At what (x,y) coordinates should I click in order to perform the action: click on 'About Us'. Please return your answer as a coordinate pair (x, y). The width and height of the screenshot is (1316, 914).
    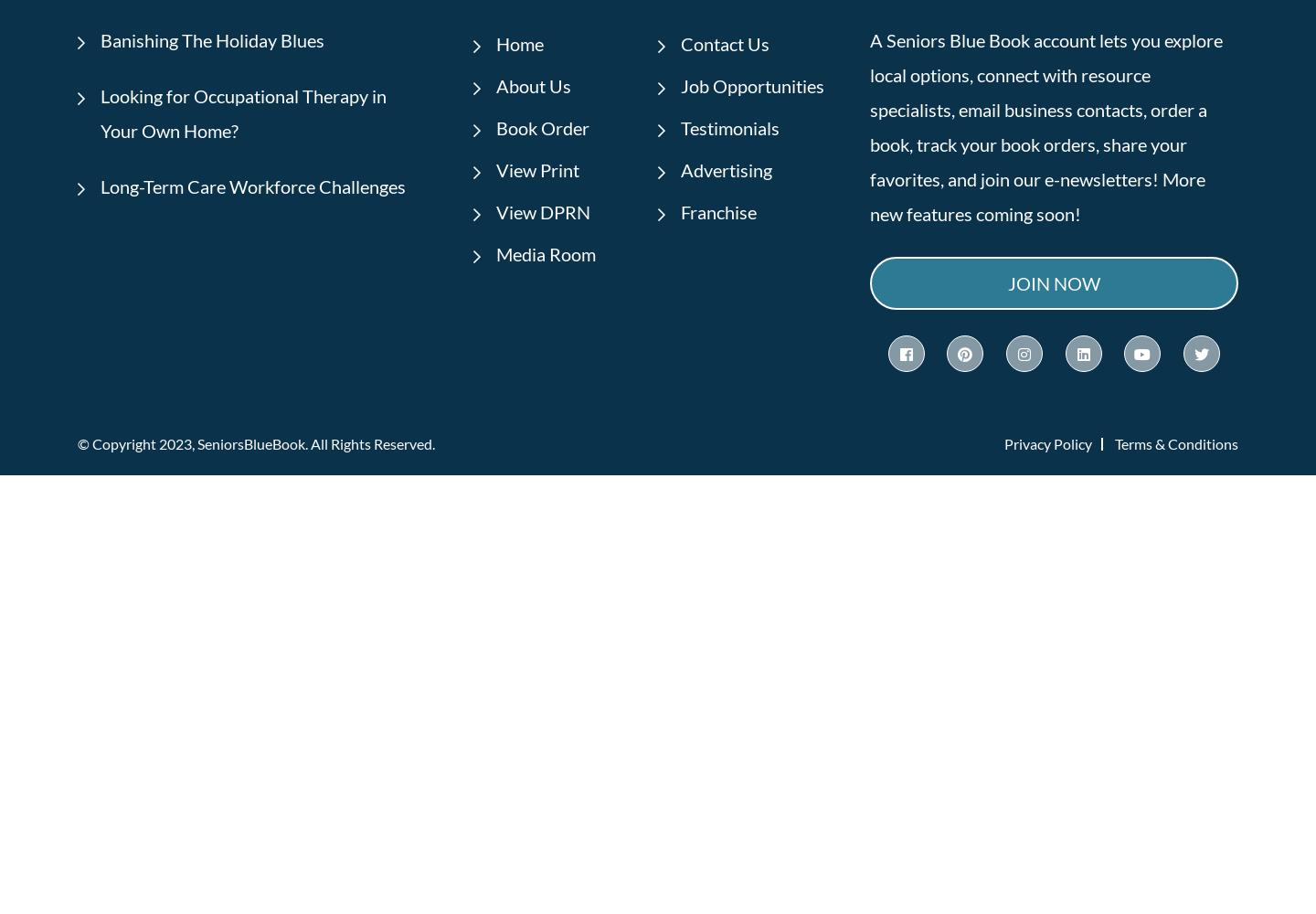
    Looking at the image, I should click on (534, 84).